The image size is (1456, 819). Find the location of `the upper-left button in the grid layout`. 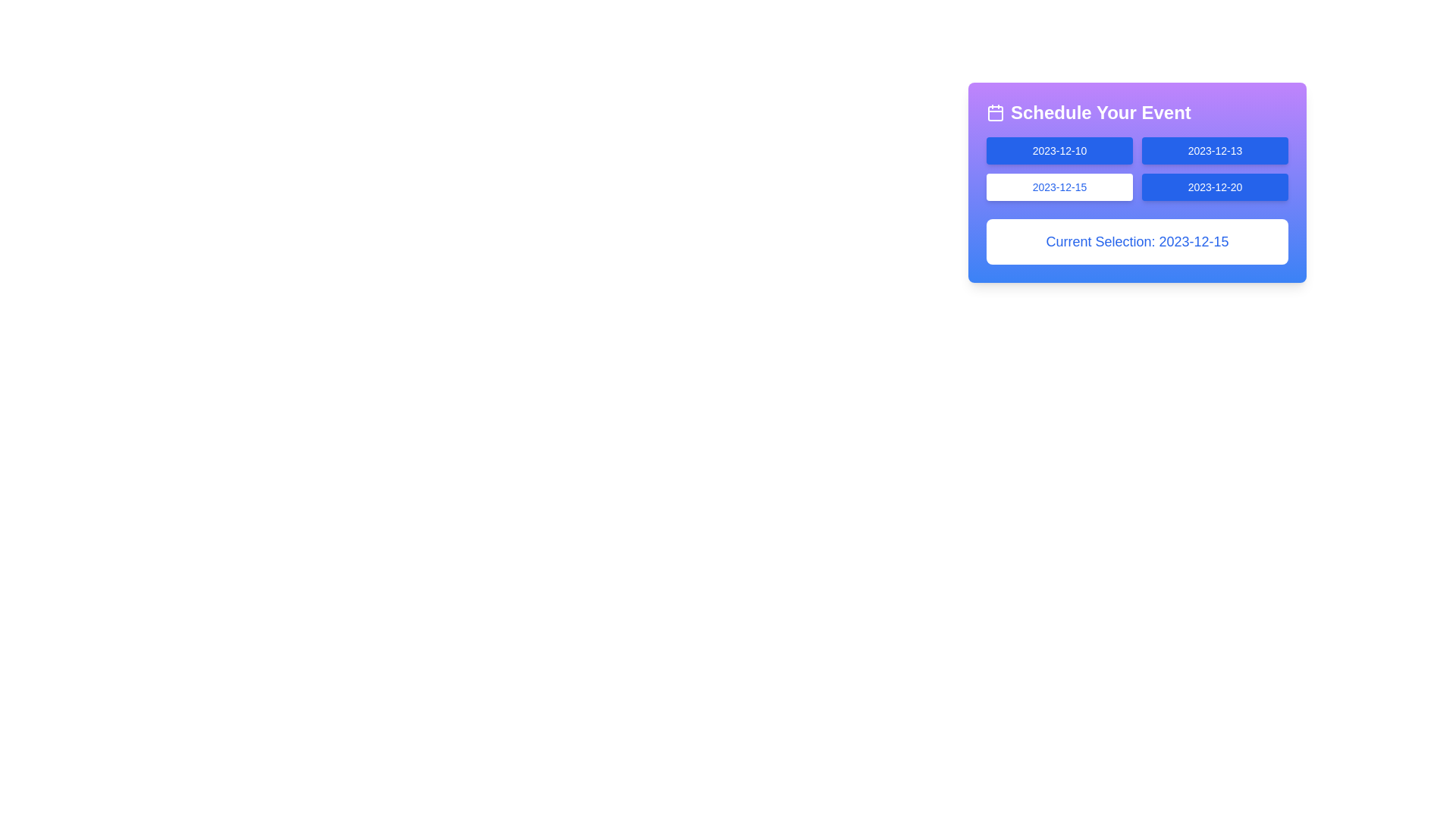

the upper-left button in the grid layout is located at coordinates (1059, 151).